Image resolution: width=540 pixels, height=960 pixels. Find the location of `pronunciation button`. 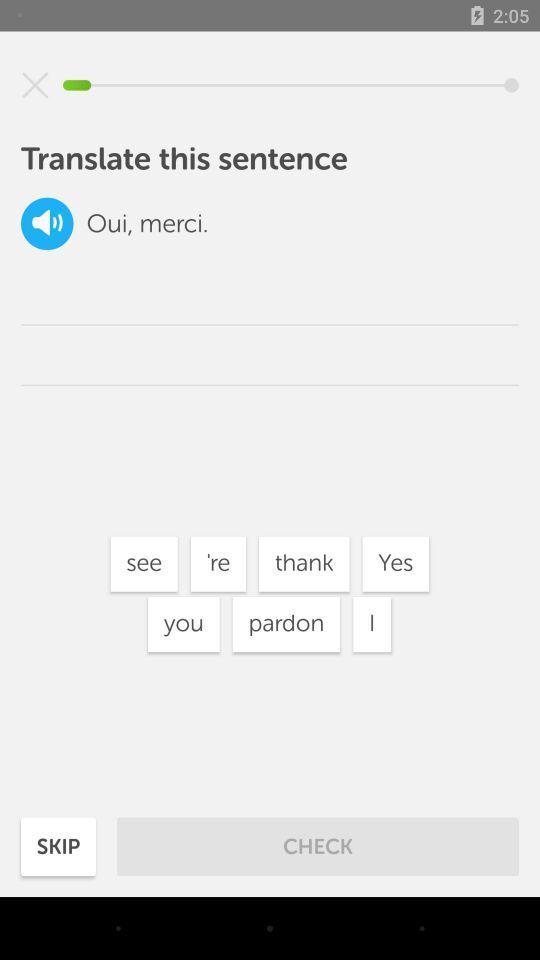

pronunciation button is located at coordinates (47, 223).